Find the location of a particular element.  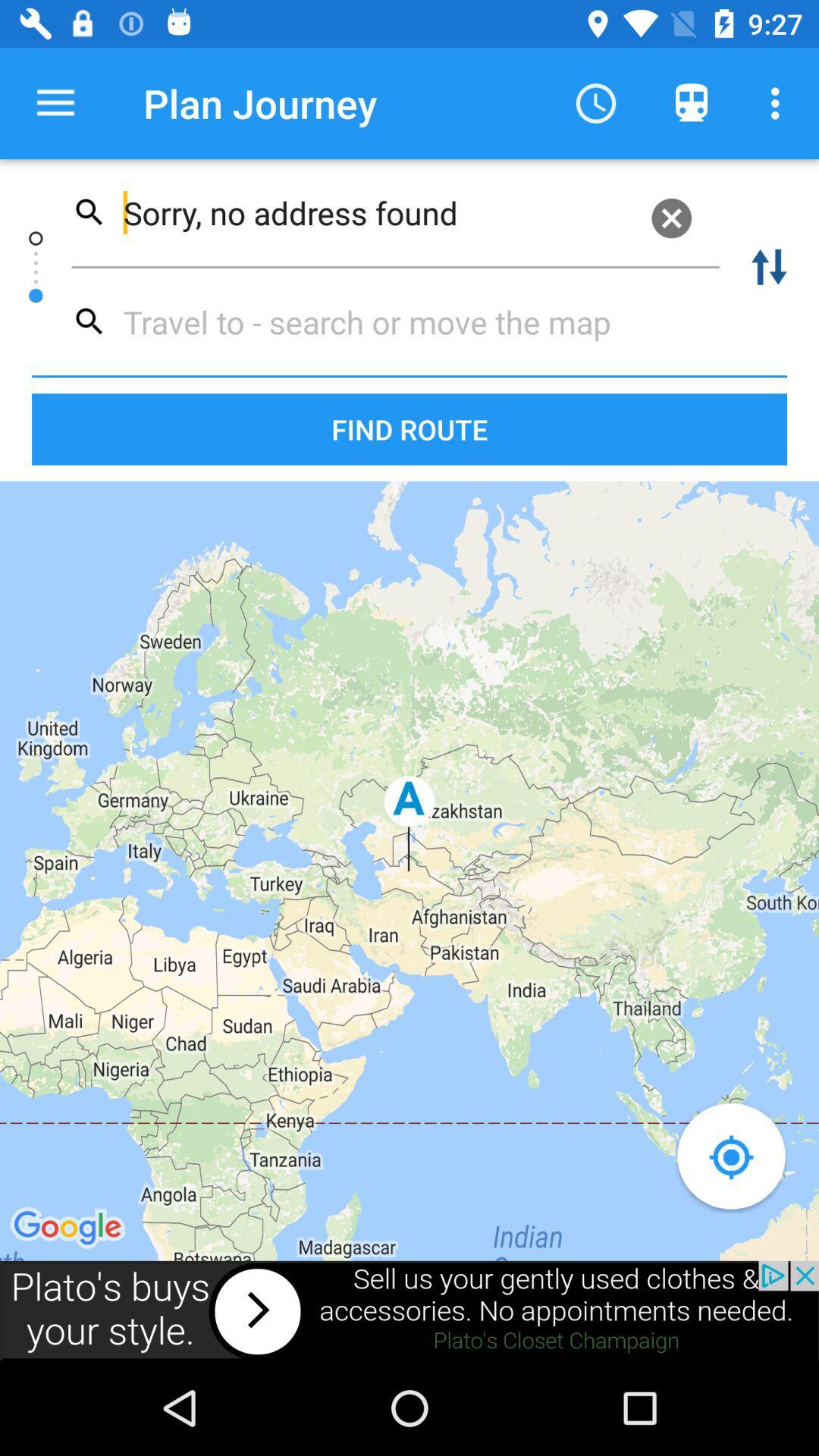

the first search bar is located at coordinates (394, 212).